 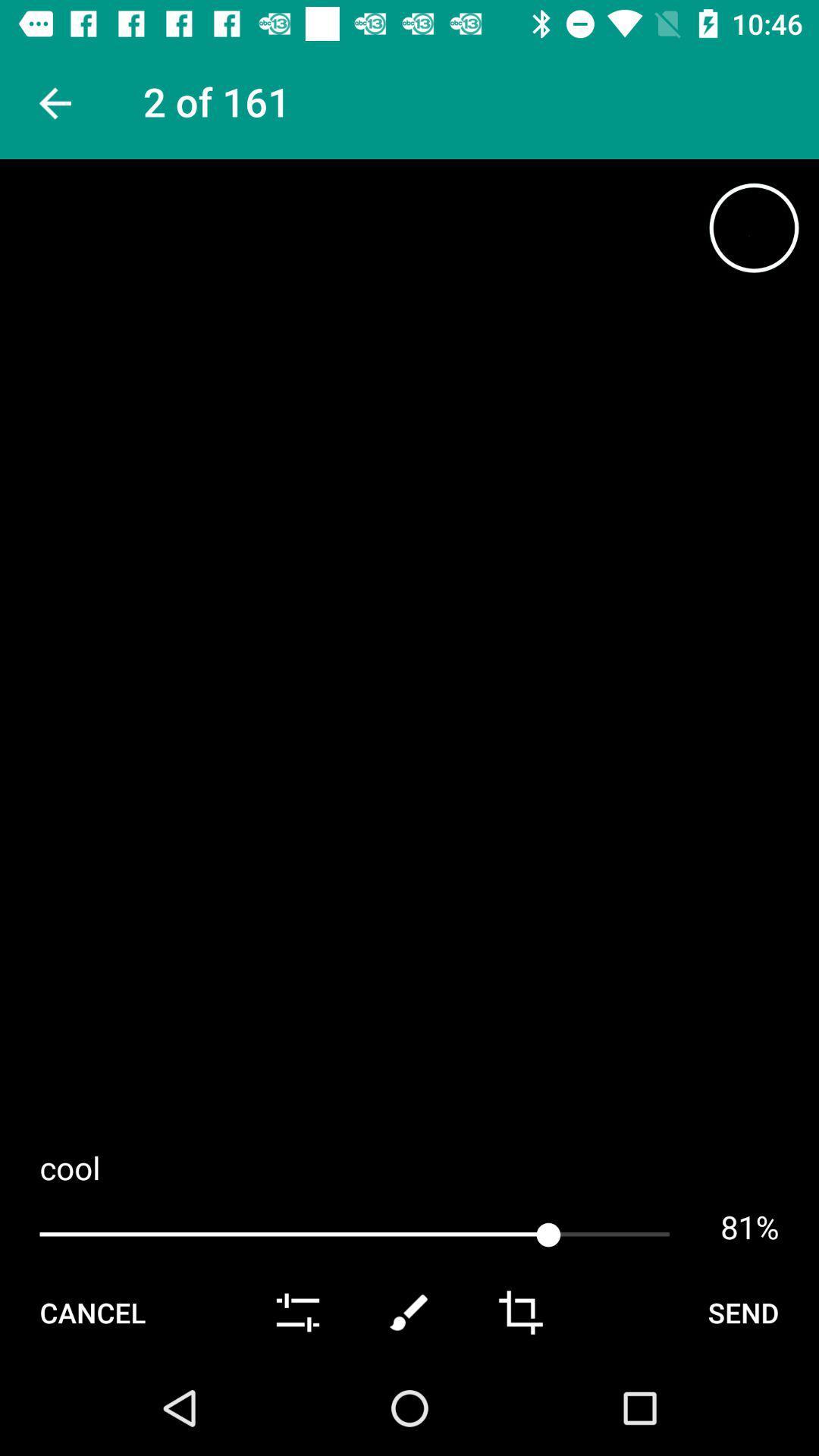 What do you see at coordinates (519, 1312) in the screenshot?
I see `the icon to the left of send app` at bounding box center [519, 1312].